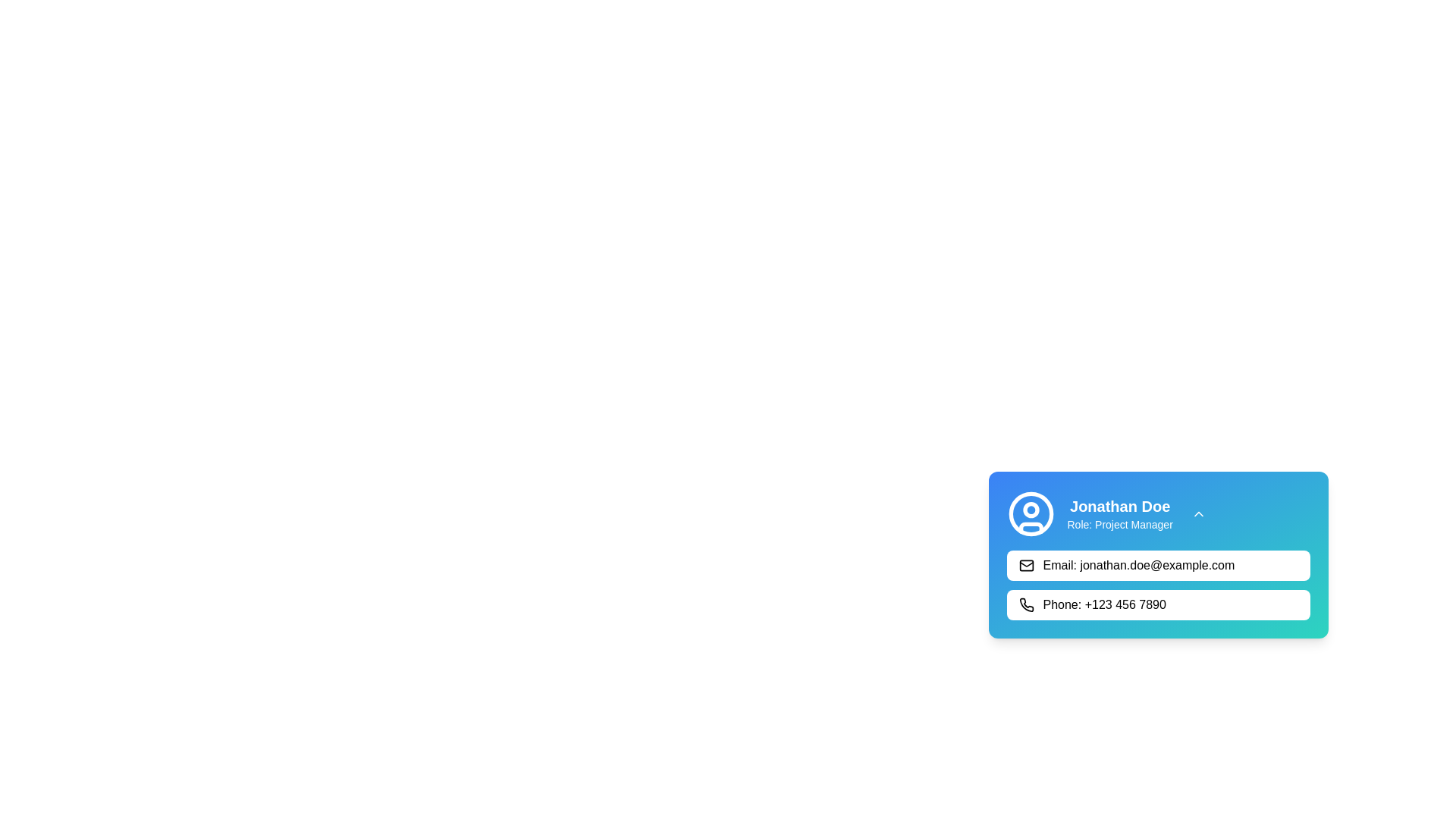 The width and height of the screenshot is (1456, 819). I want to click on the circular graphical element that is part of a user profile icon located at the top-left corner of a card on a gradient blue background, so click(1031, 513).